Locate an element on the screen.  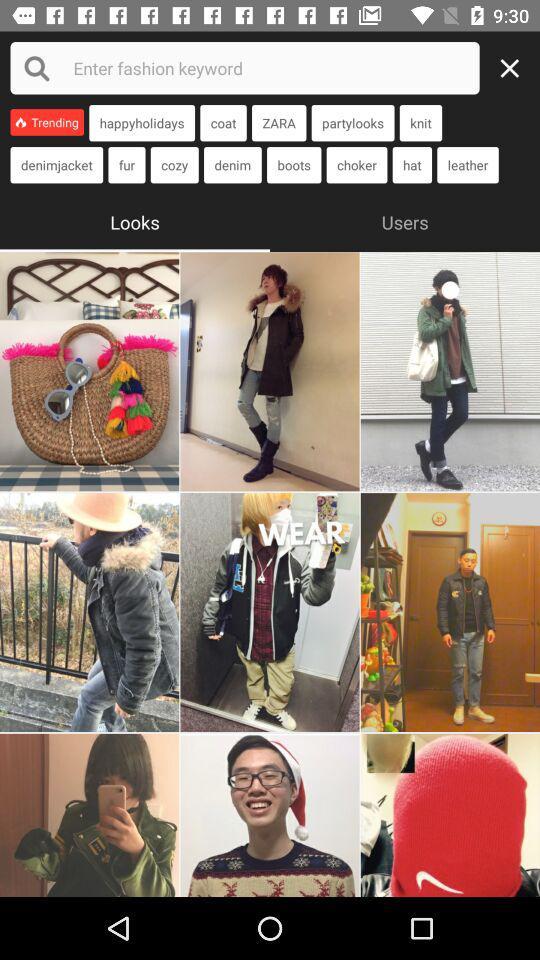
look at the image is located at coordinates (450, 370).